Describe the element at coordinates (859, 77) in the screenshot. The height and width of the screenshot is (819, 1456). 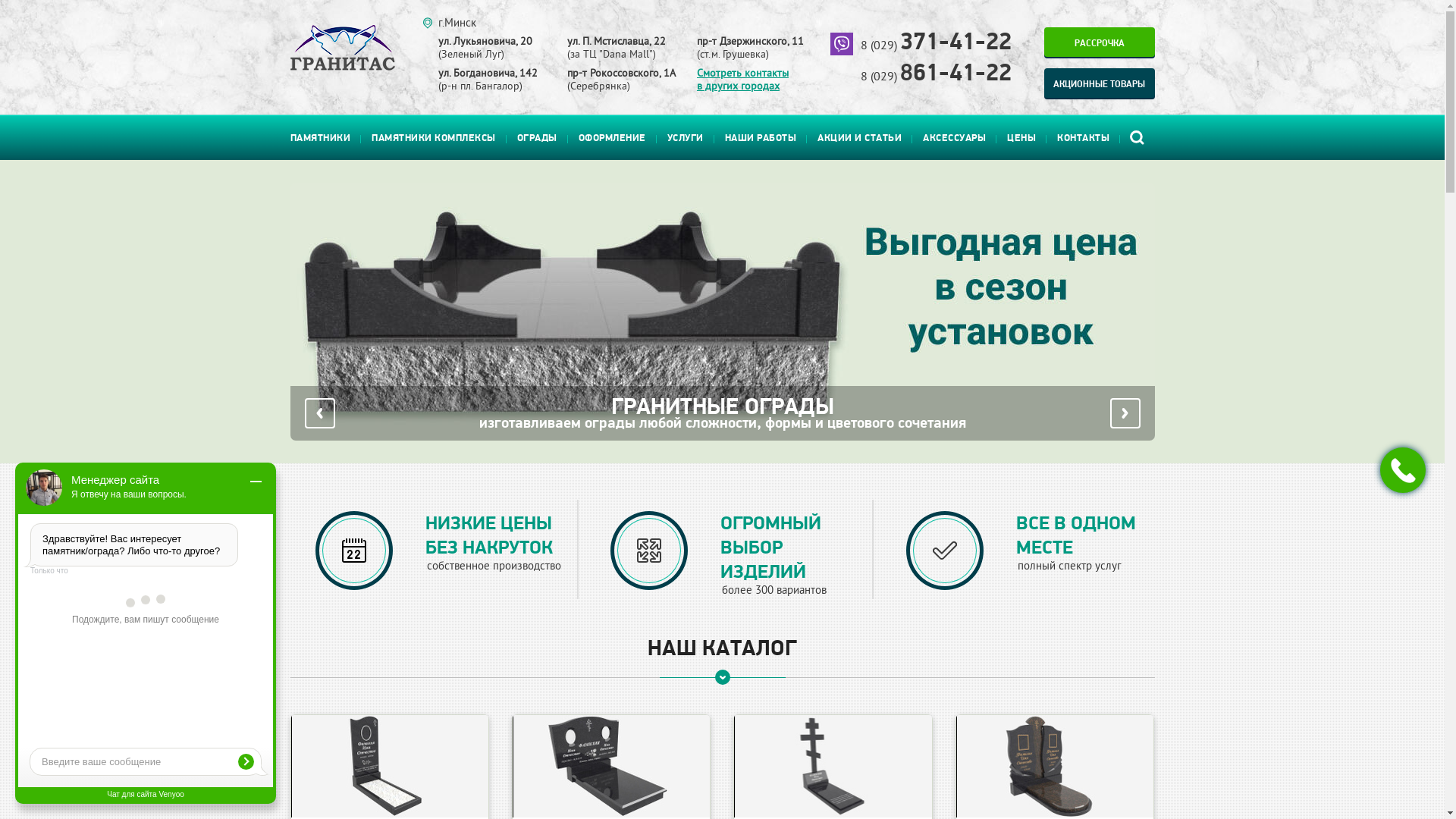
I see `'8 (029) 861-41-22'` at that location.